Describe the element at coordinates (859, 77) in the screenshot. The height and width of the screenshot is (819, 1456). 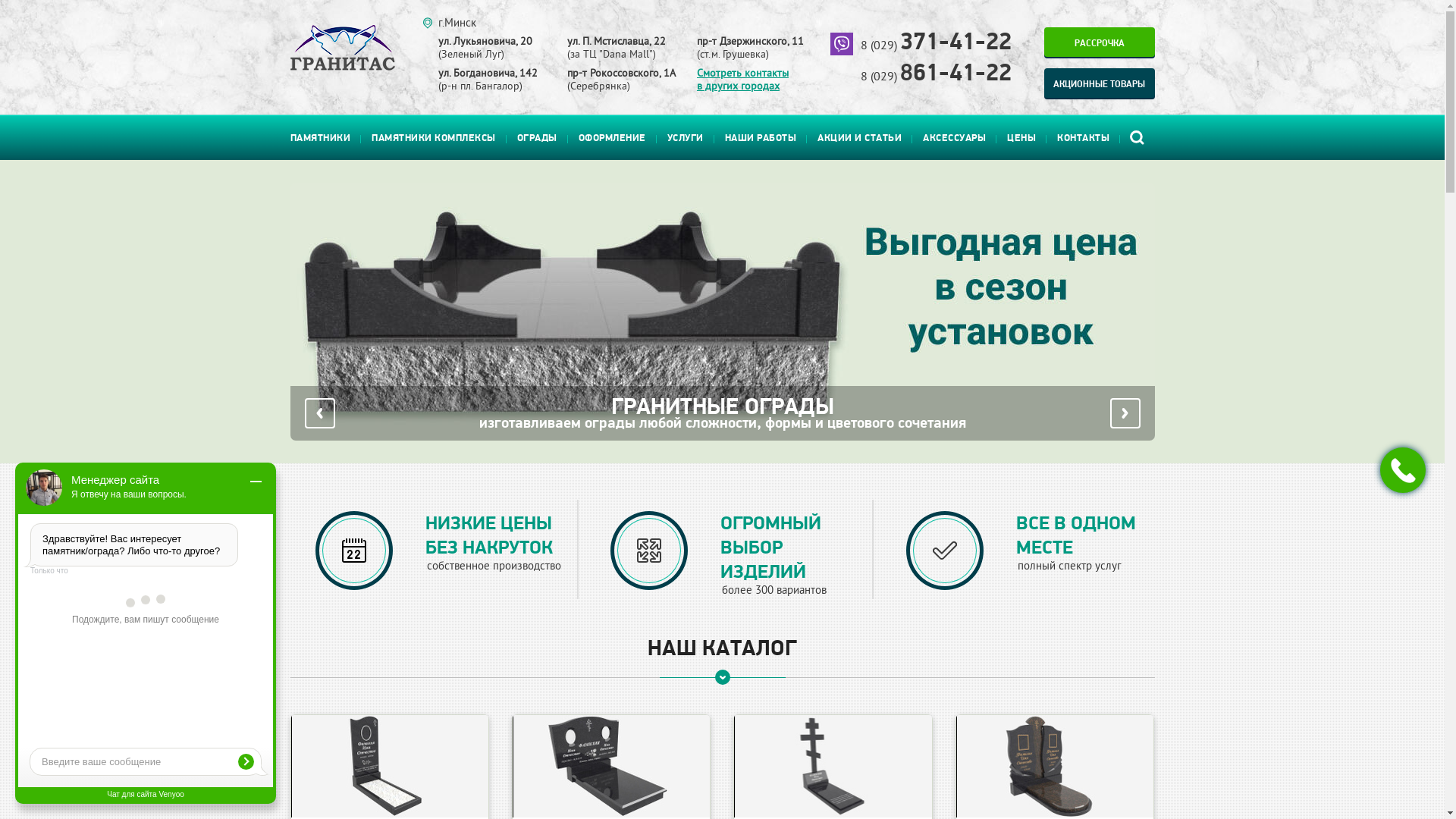
I see `'8 (029) 861-41-22'` at that location.